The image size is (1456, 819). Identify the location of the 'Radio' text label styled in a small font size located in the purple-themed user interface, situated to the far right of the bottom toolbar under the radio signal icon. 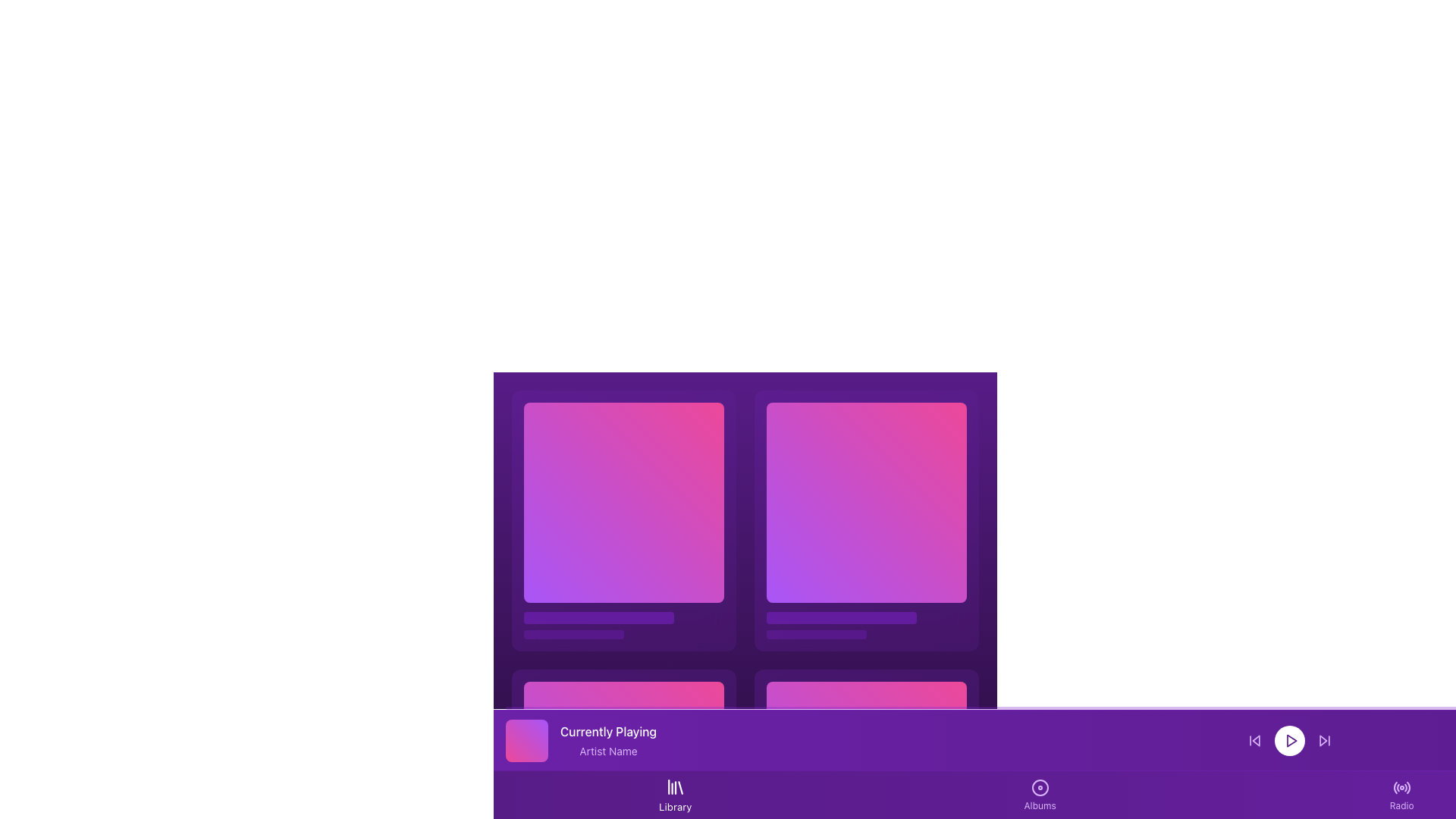
(1401, 805).